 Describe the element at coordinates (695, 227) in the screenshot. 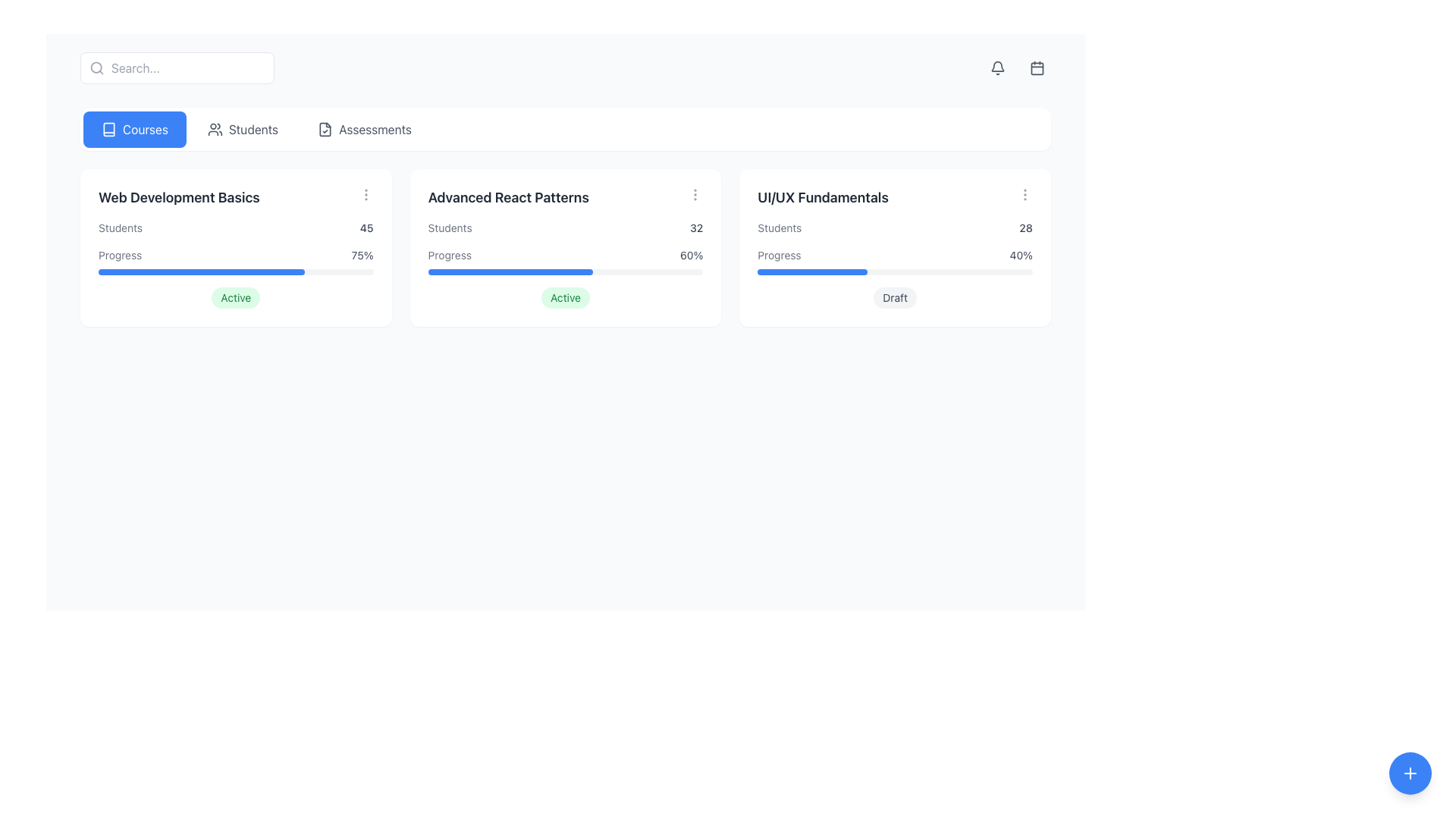

I see `the text label displaying the number '32' in dark-gray font, which indicates the count of items, located within the 'Advanced React Patterns' card` at that location.